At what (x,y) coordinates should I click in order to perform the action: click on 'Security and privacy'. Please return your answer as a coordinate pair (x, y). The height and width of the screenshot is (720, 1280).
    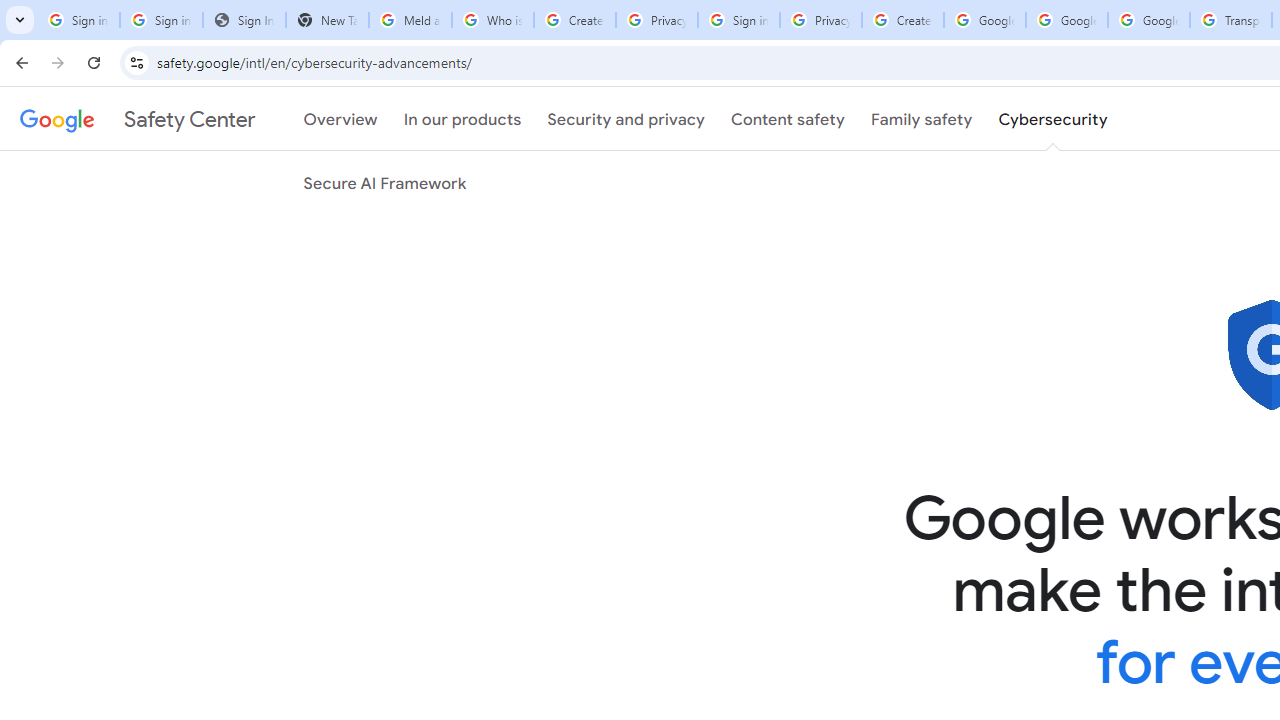
    Looking at the image, I should click on (625, 119).